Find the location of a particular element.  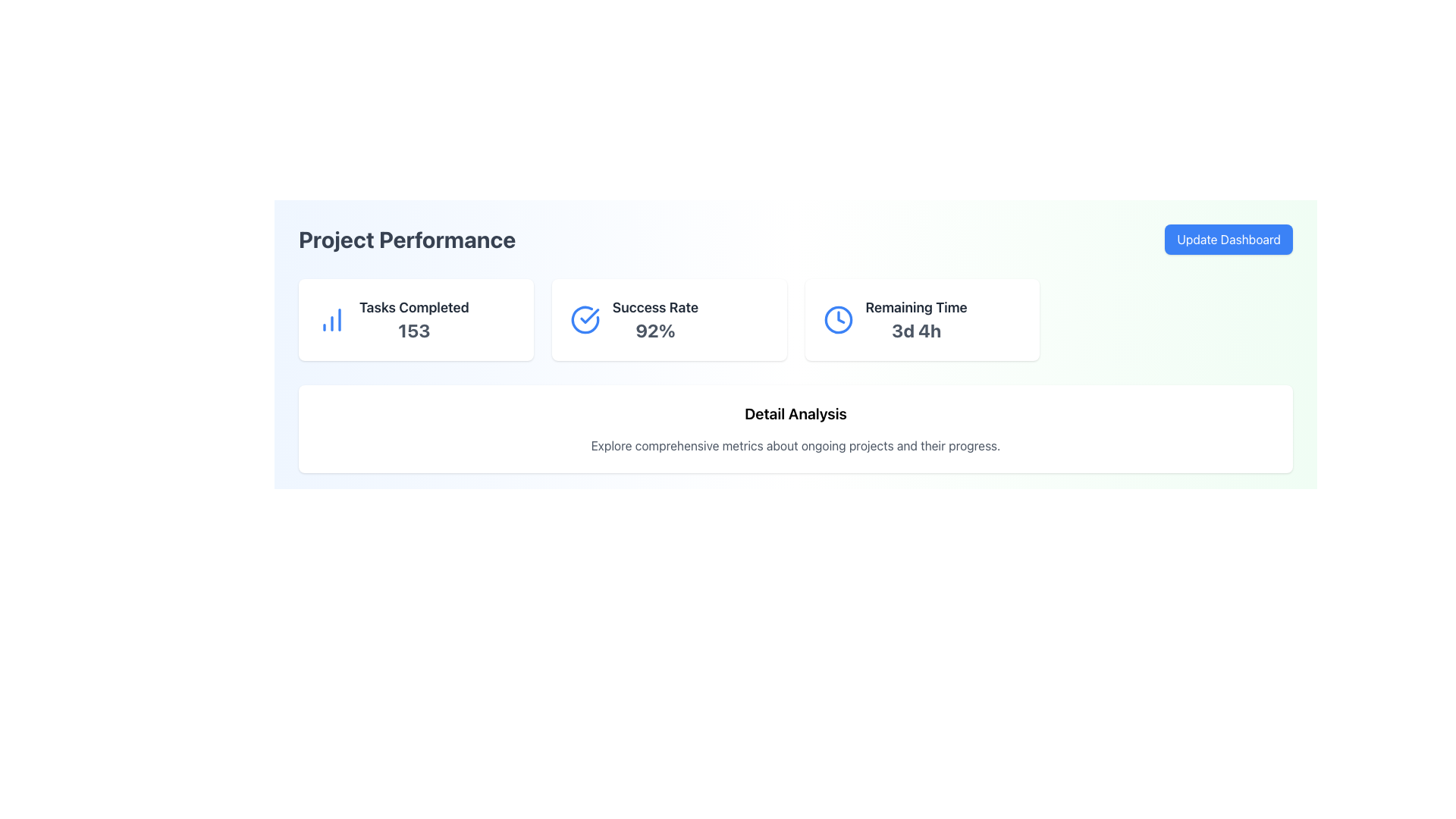

time information displayed on the Informational Card, which is located in the top-right portion of the grid, next to the 'Success Rate' block is located at coordinates (921, 318).